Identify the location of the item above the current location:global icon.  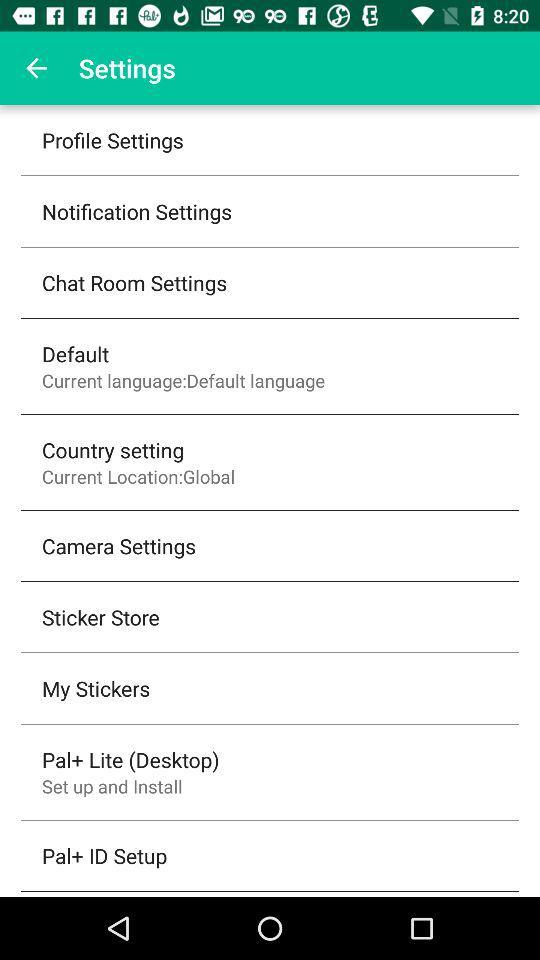
(113, 450).